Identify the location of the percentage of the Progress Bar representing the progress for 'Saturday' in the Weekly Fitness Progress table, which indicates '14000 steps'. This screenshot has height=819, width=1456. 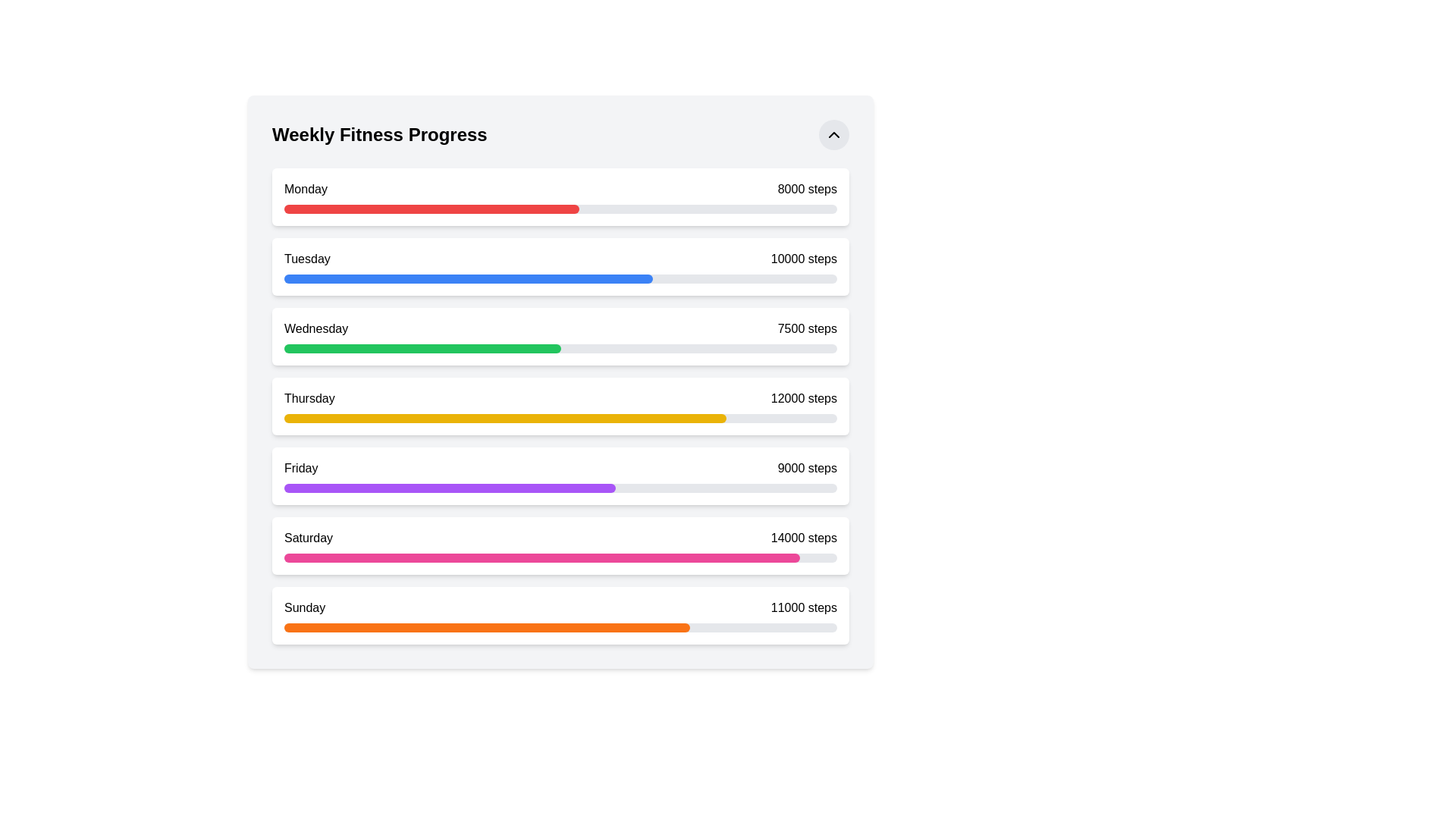
(542, 558).